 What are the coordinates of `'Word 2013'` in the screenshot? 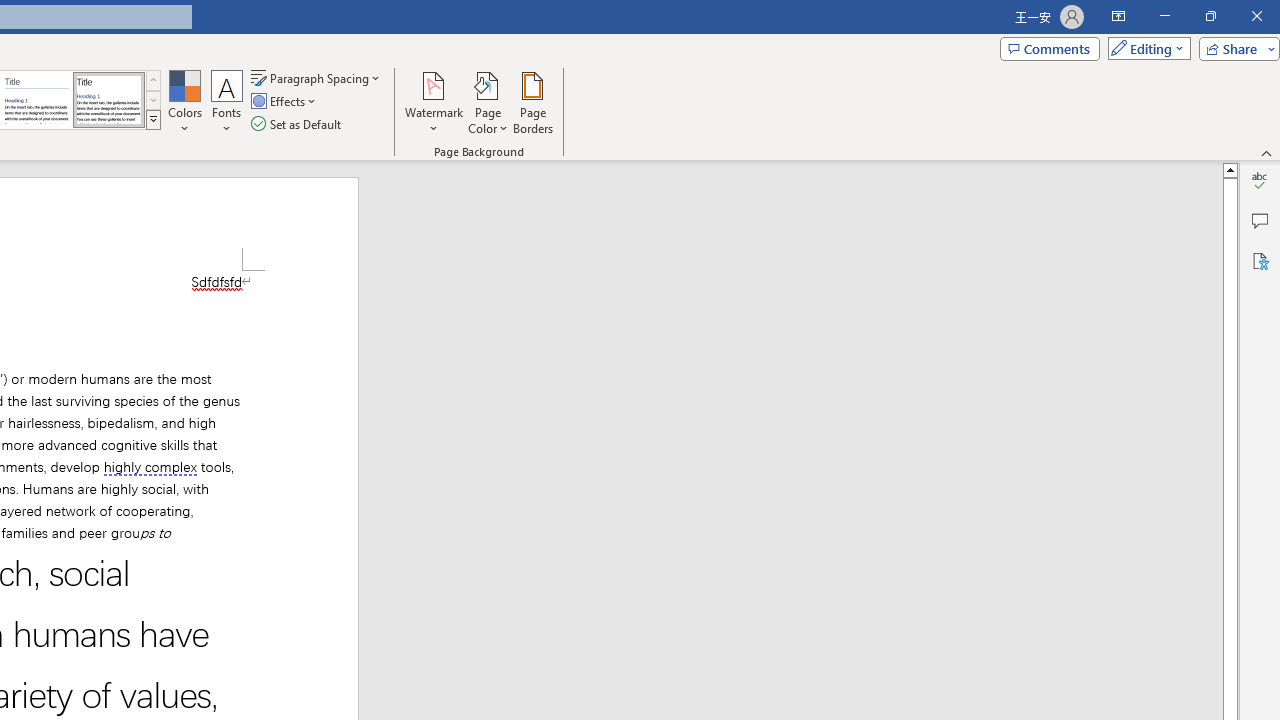 It's located at (107, 100).